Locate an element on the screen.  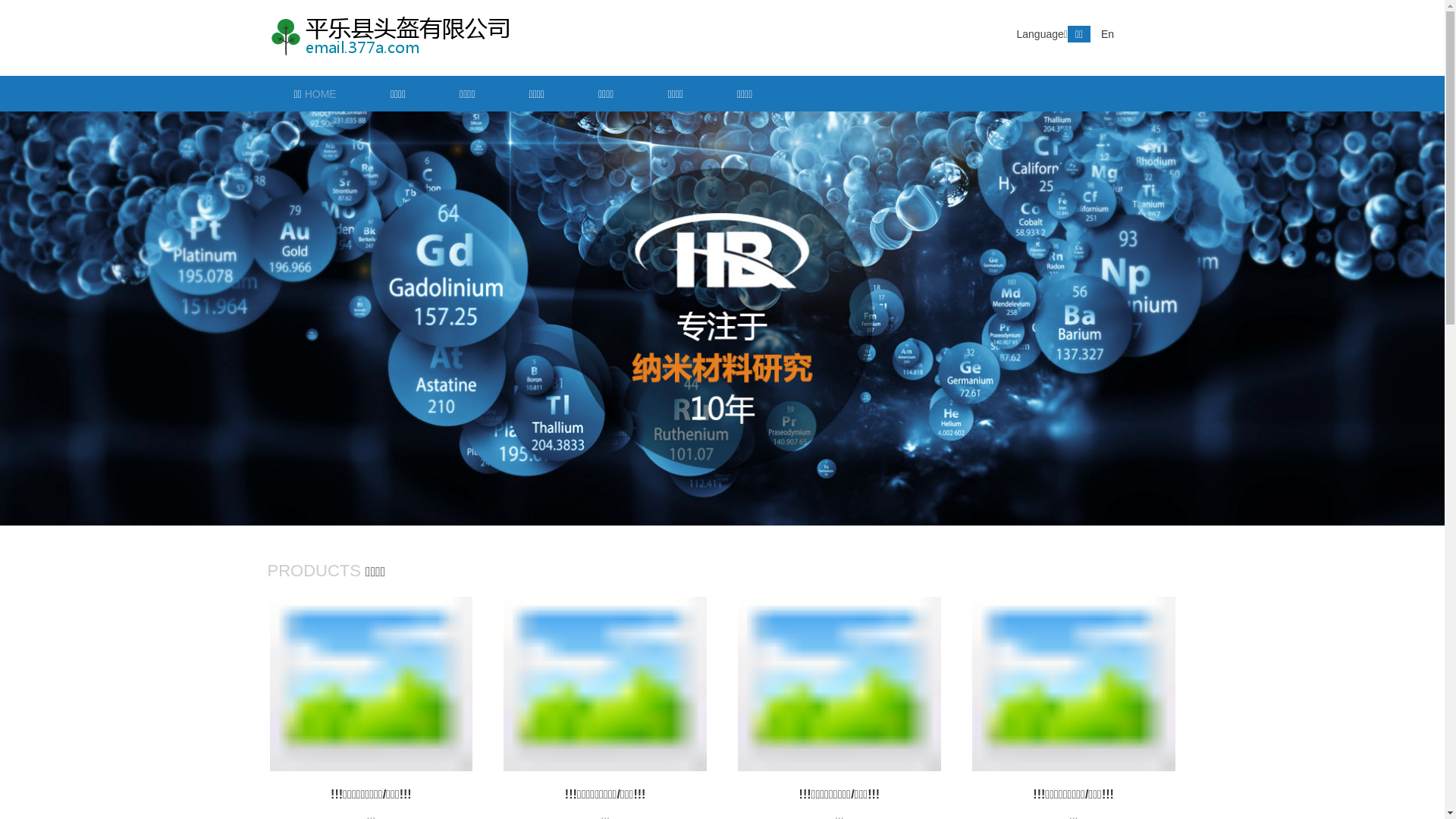
'En' is located at coordinates (1107, 34).